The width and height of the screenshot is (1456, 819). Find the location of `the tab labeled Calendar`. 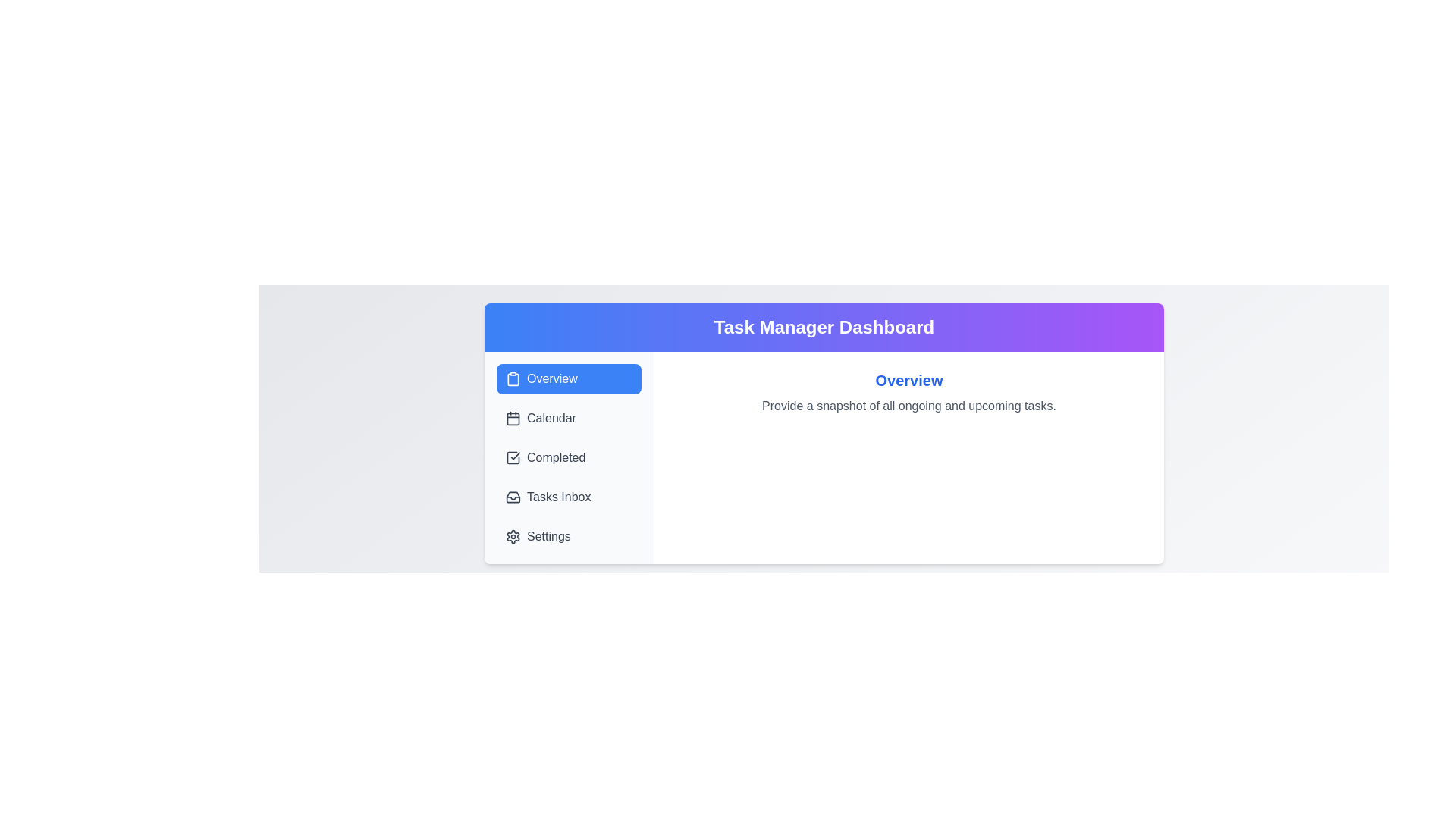

the tab labeled Calendar is located at coordinates (568, 418).